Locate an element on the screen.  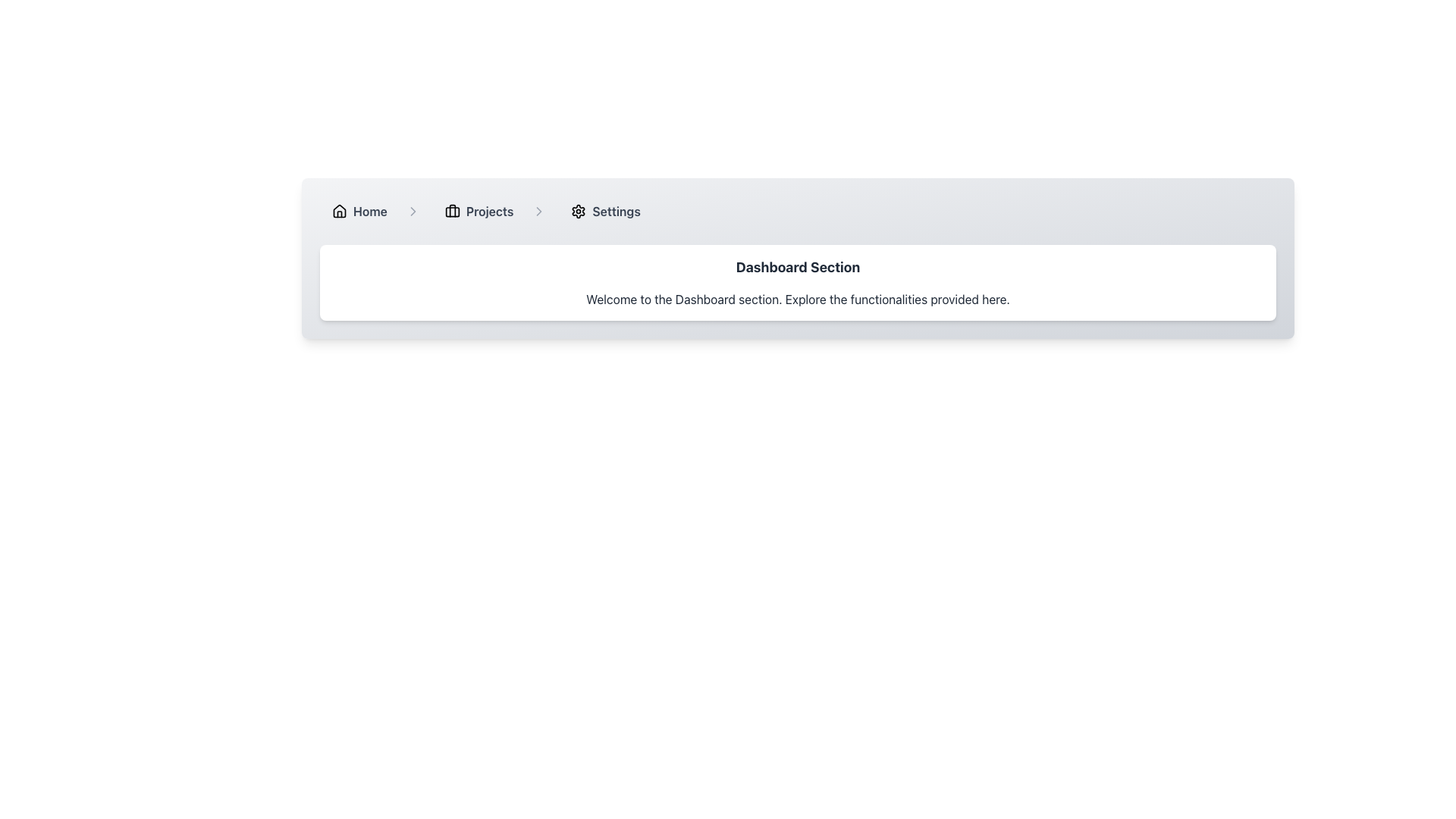
the informational text block that provides guidance about the Dashboard section, located below the 'Dashboard Section' heading is located at coordinates (797, 299).